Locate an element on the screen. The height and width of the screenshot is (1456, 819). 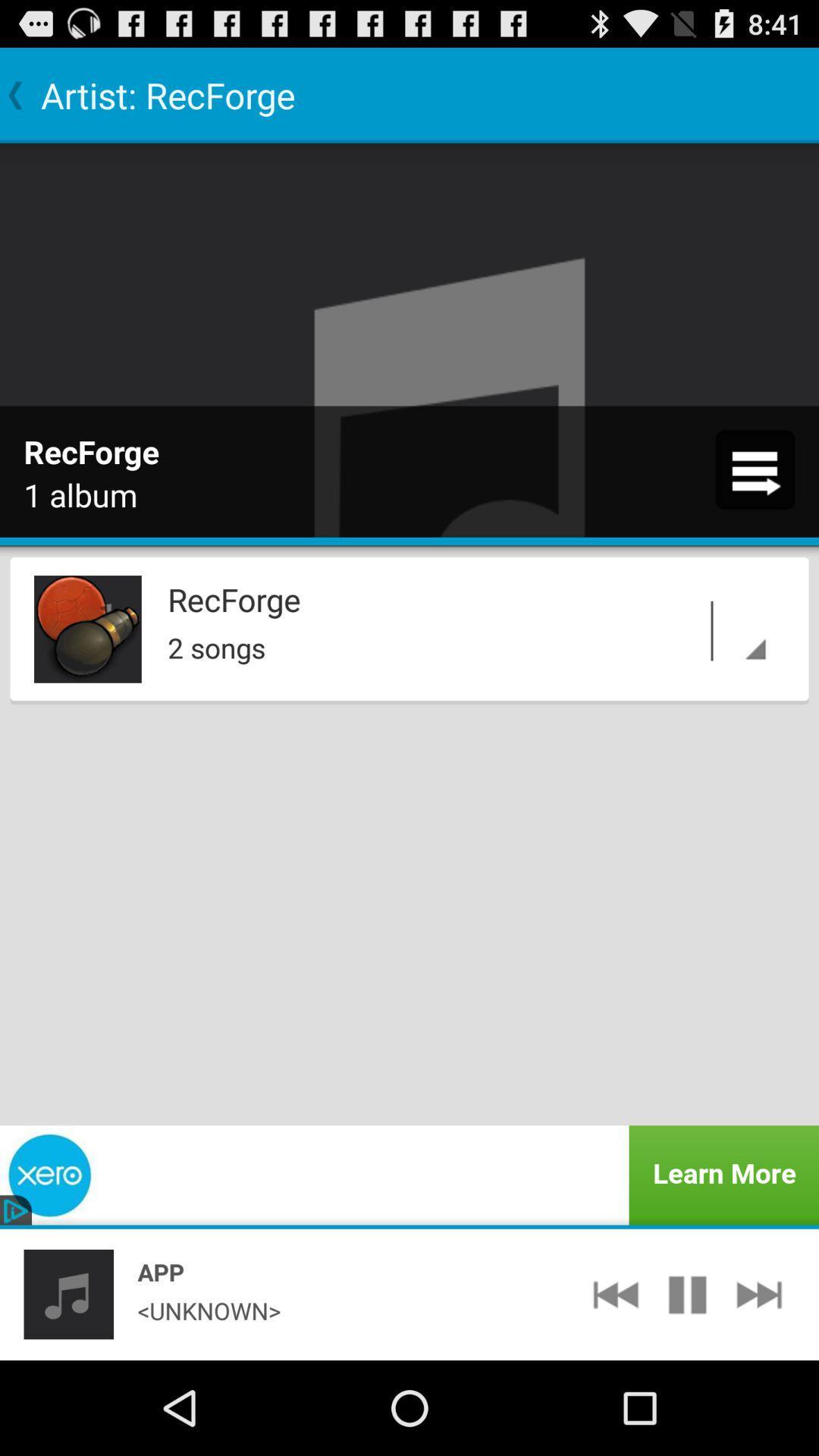
app next to 1 album is located at coordinates (755, 469).